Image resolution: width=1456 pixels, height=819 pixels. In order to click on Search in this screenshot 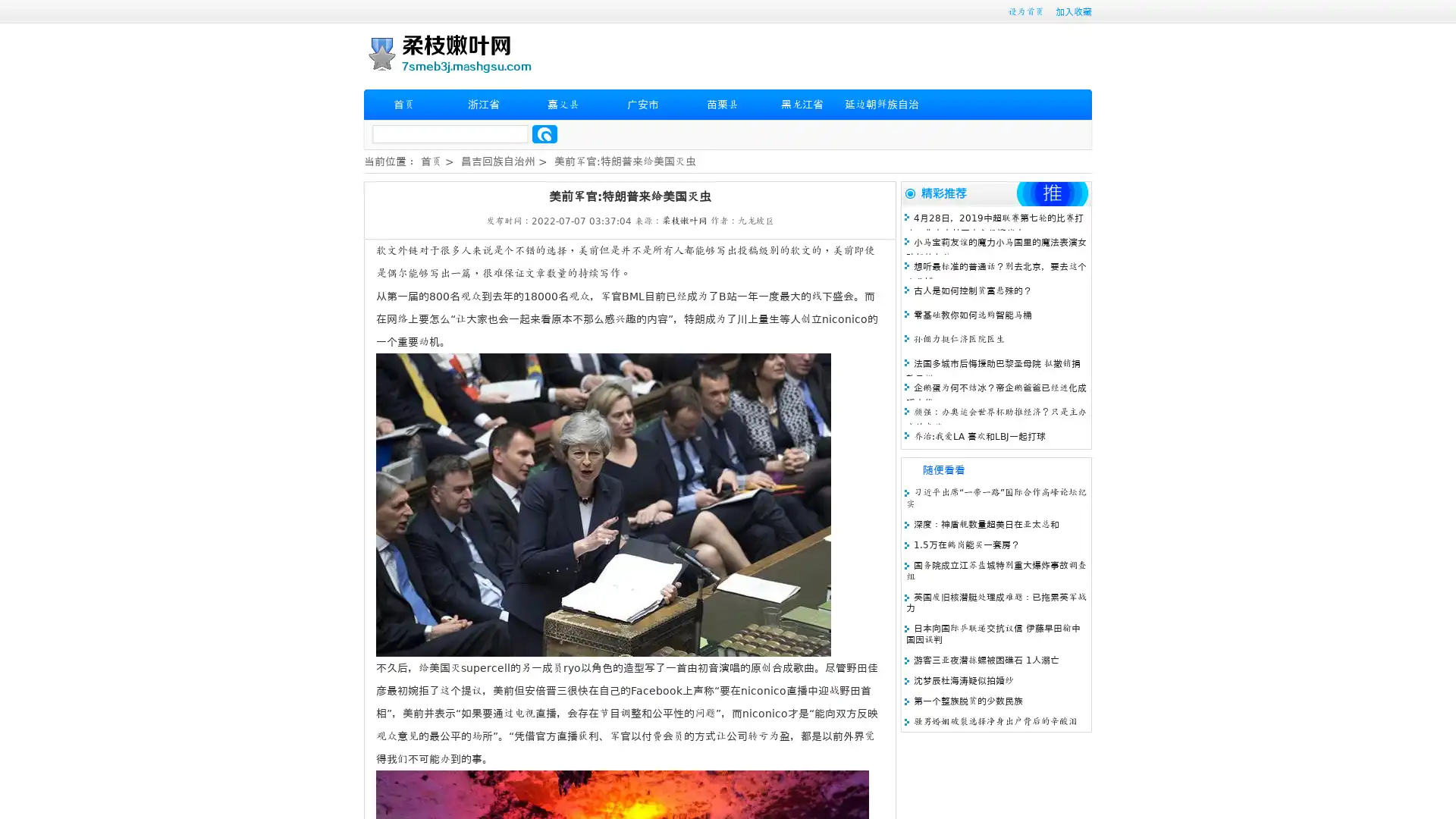, I will do `click(544, 133)`.